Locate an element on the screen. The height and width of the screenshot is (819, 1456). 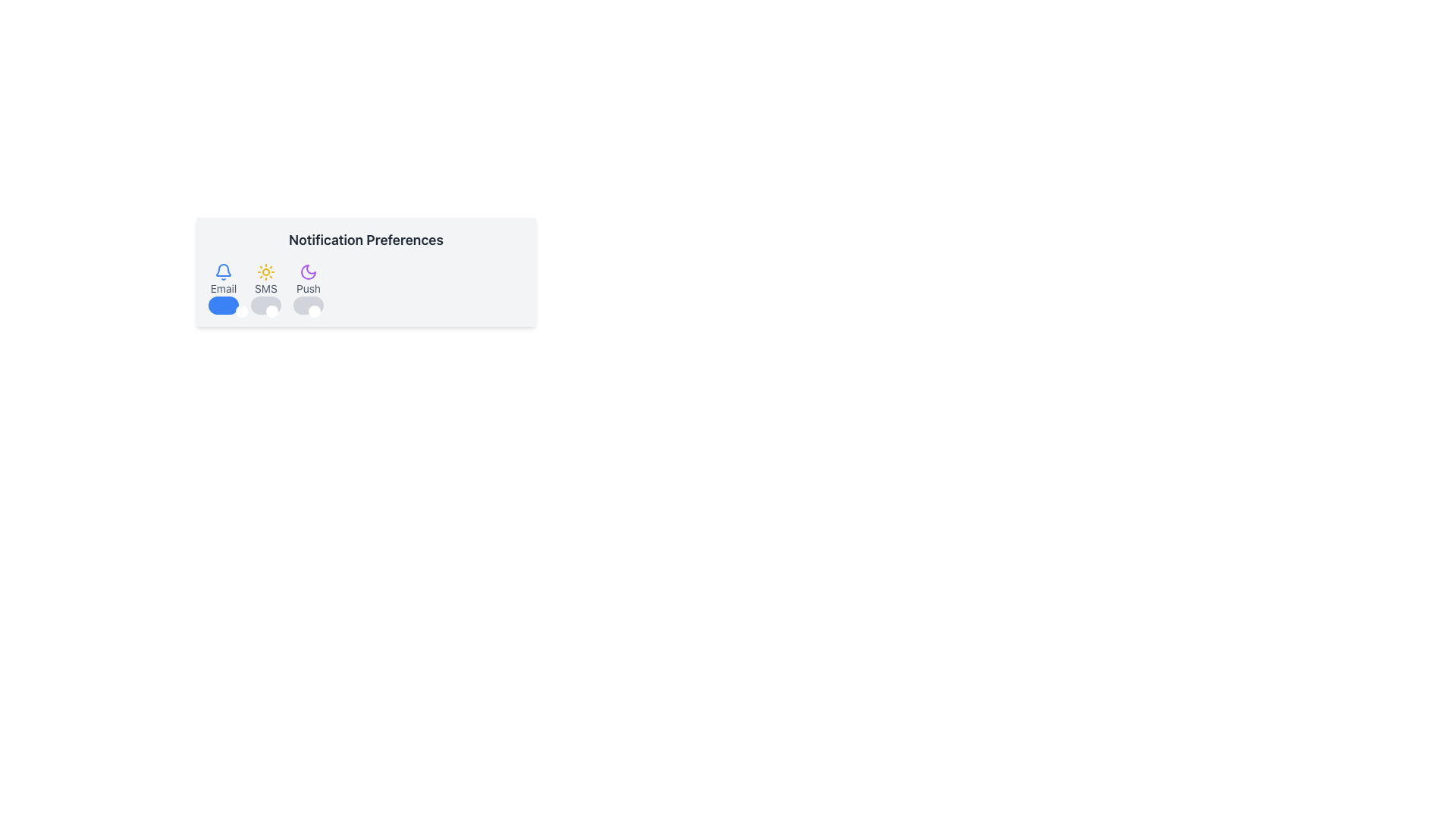
the third text label that describes the purpose of the associated toggle switch for managing Push notifications, which is centrally aligned below the moon symbol in the 'Notification Preferences' section is located at coordinates (308, 289).